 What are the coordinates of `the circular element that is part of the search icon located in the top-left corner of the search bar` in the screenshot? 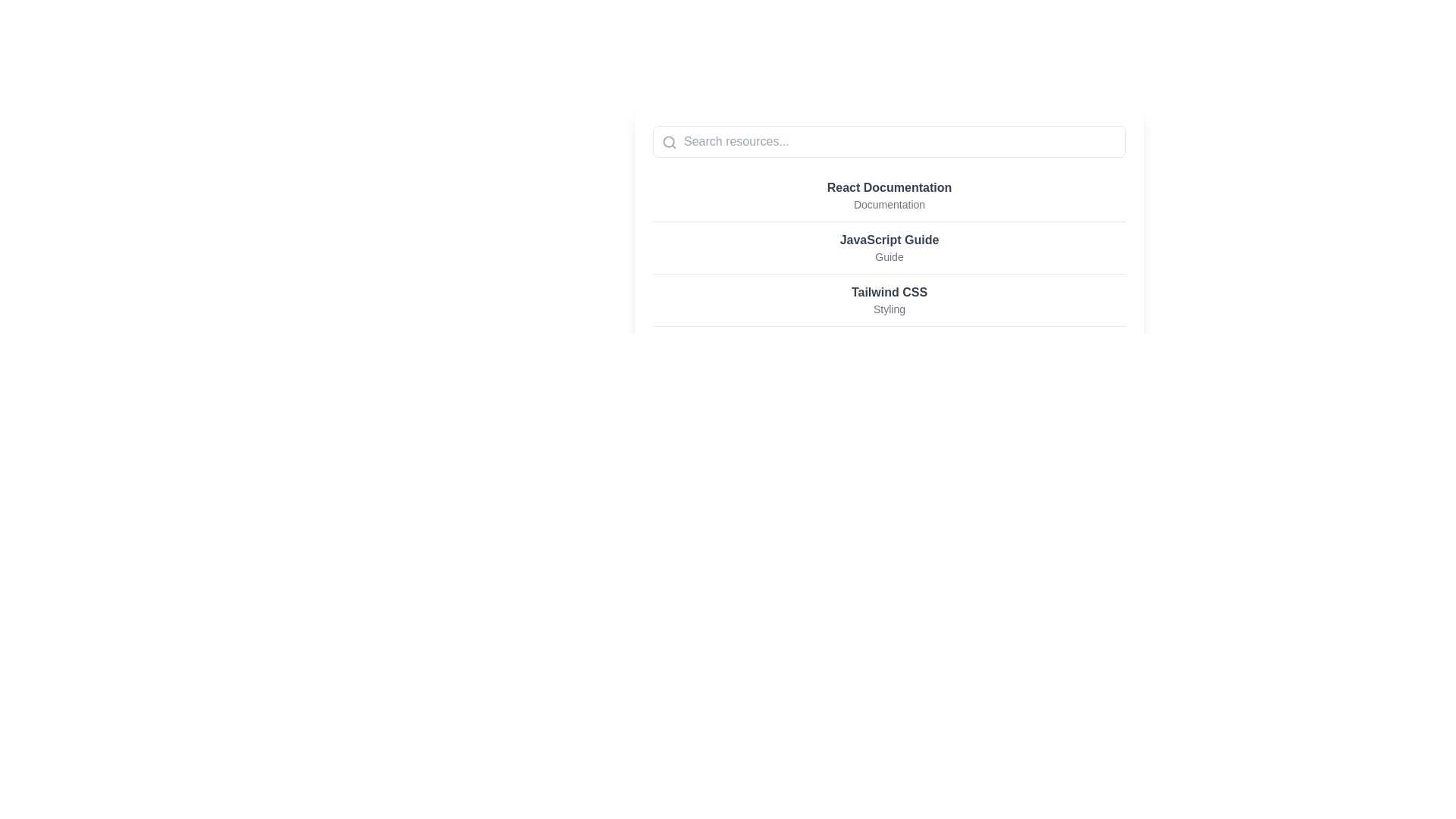 It's located at (668, 142).